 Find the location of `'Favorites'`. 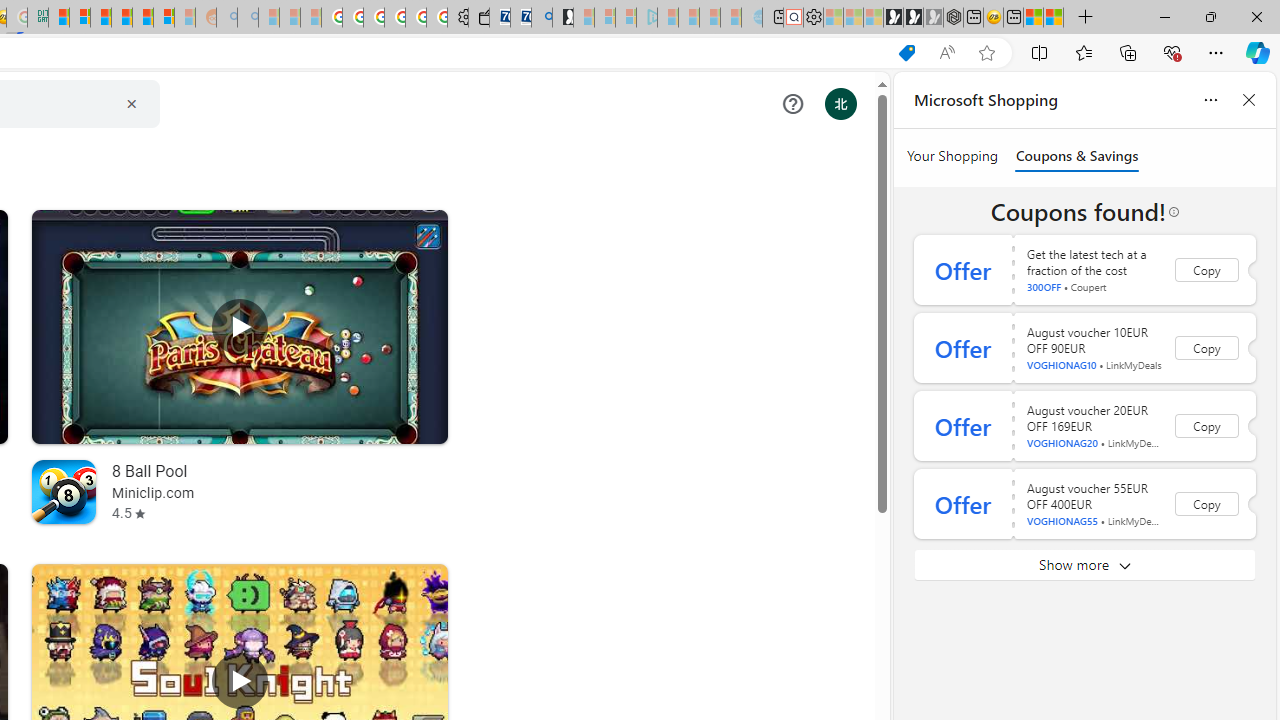

'Favorites' is located at coordinates (1082, 51).